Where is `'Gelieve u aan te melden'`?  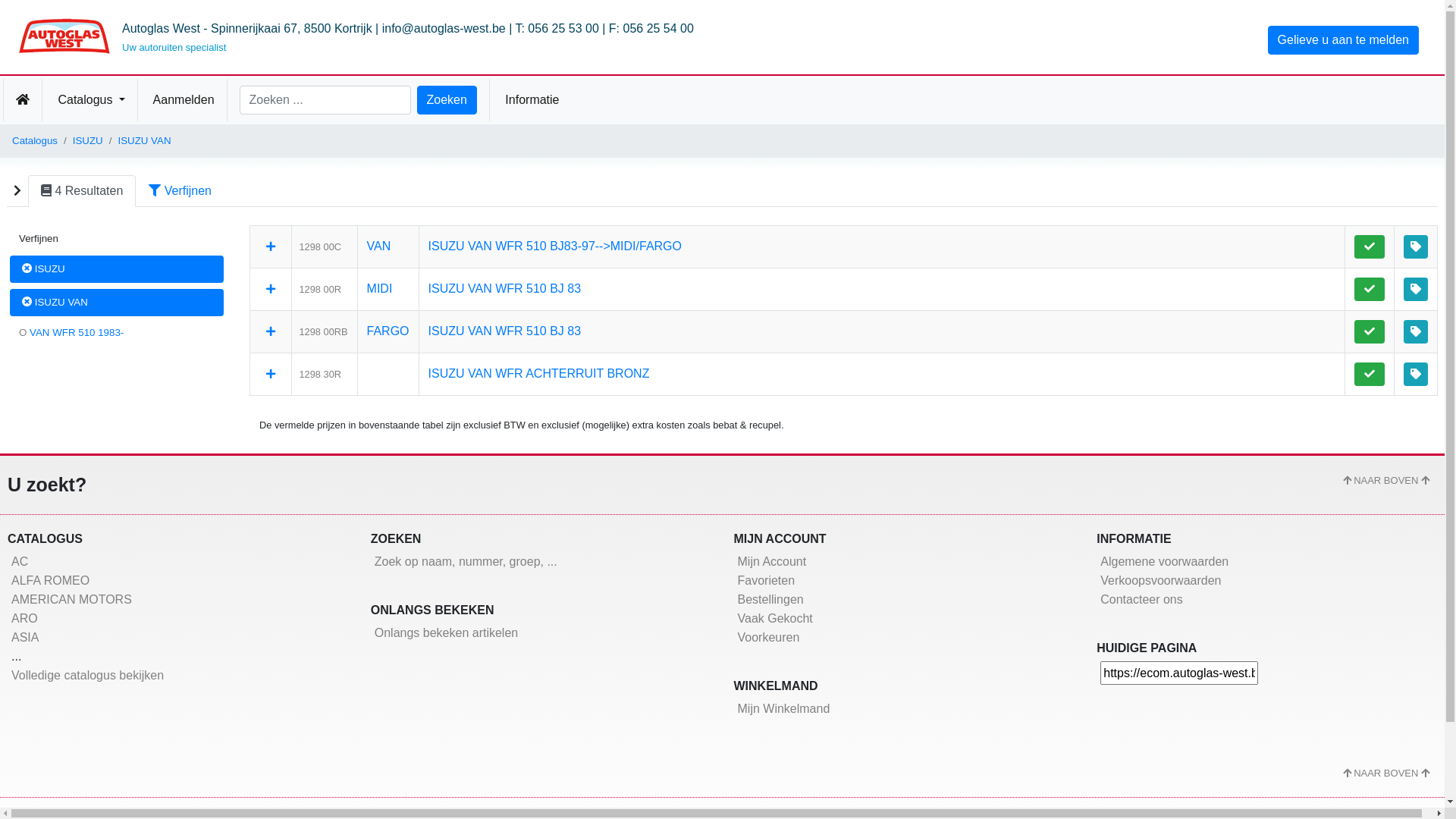
'Gelieve u aan te melden' is located at coordinates (1267, 39).